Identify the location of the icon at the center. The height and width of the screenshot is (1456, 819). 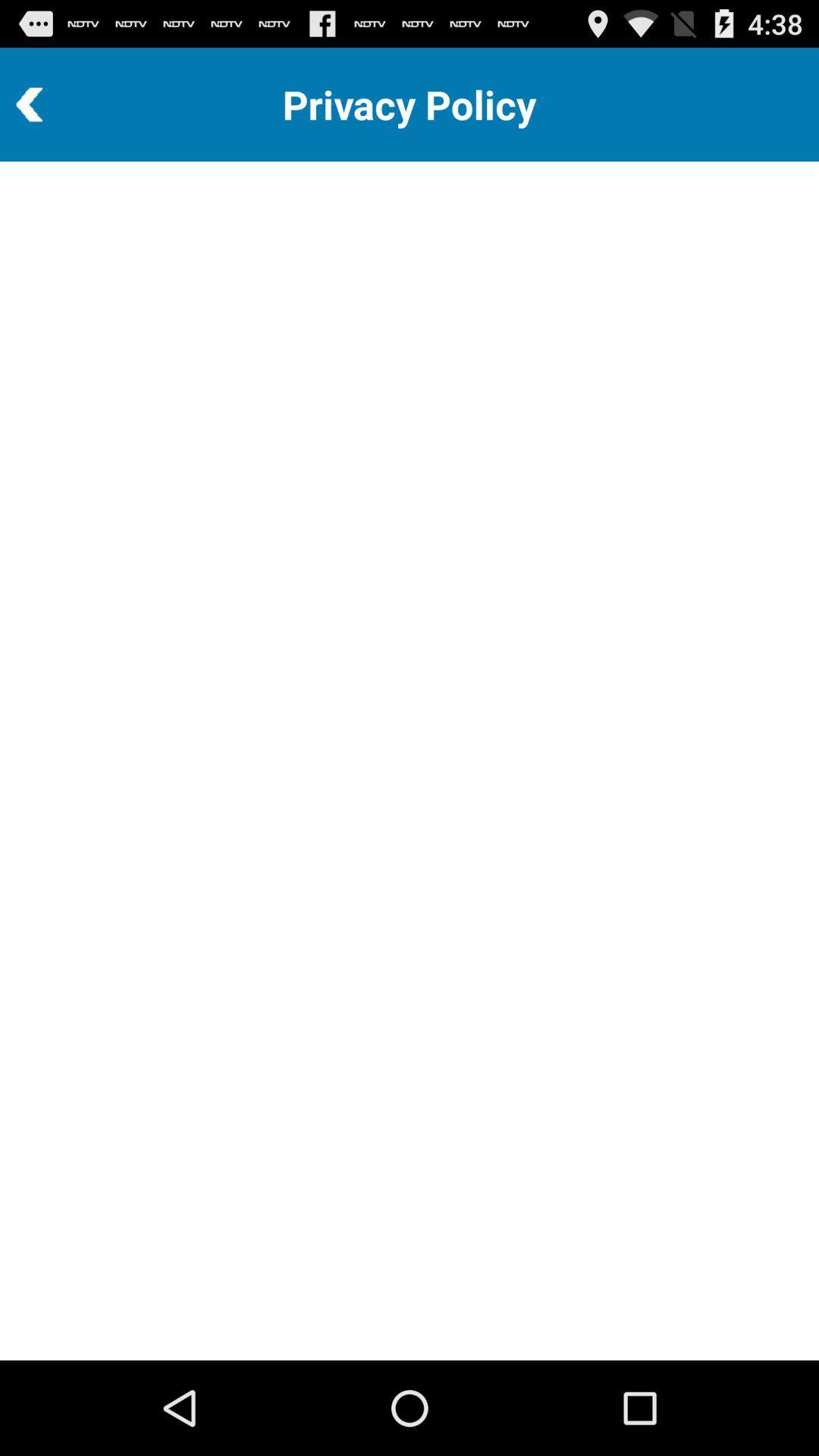
(409, 761).